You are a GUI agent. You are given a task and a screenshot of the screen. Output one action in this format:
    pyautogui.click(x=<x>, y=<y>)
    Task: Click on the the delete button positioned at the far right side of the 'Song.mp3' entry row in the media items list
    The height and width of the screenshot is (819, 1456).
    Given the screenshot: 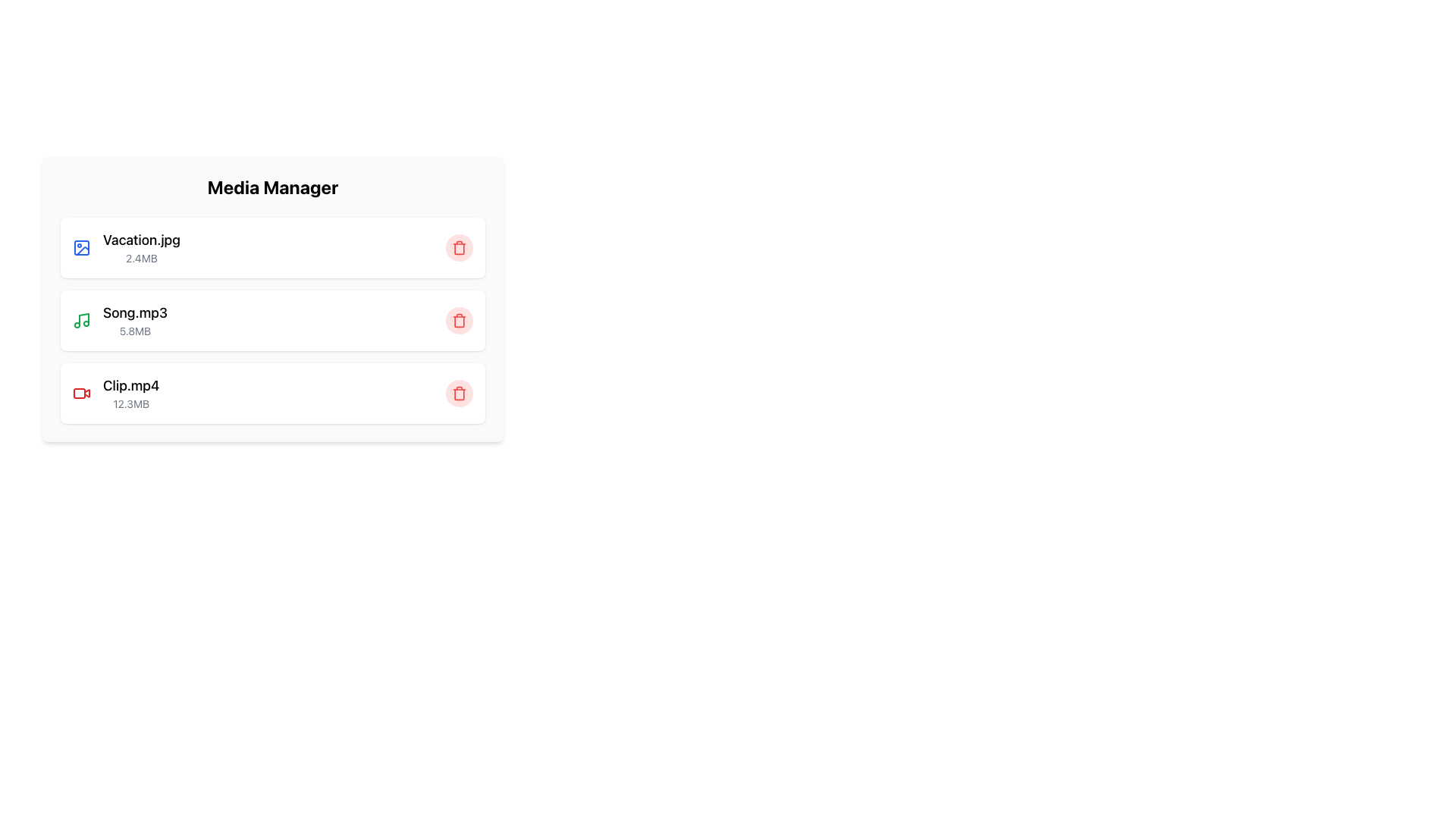 What is the action you would take?
    pyautogui.click(x=458, y=320)
    